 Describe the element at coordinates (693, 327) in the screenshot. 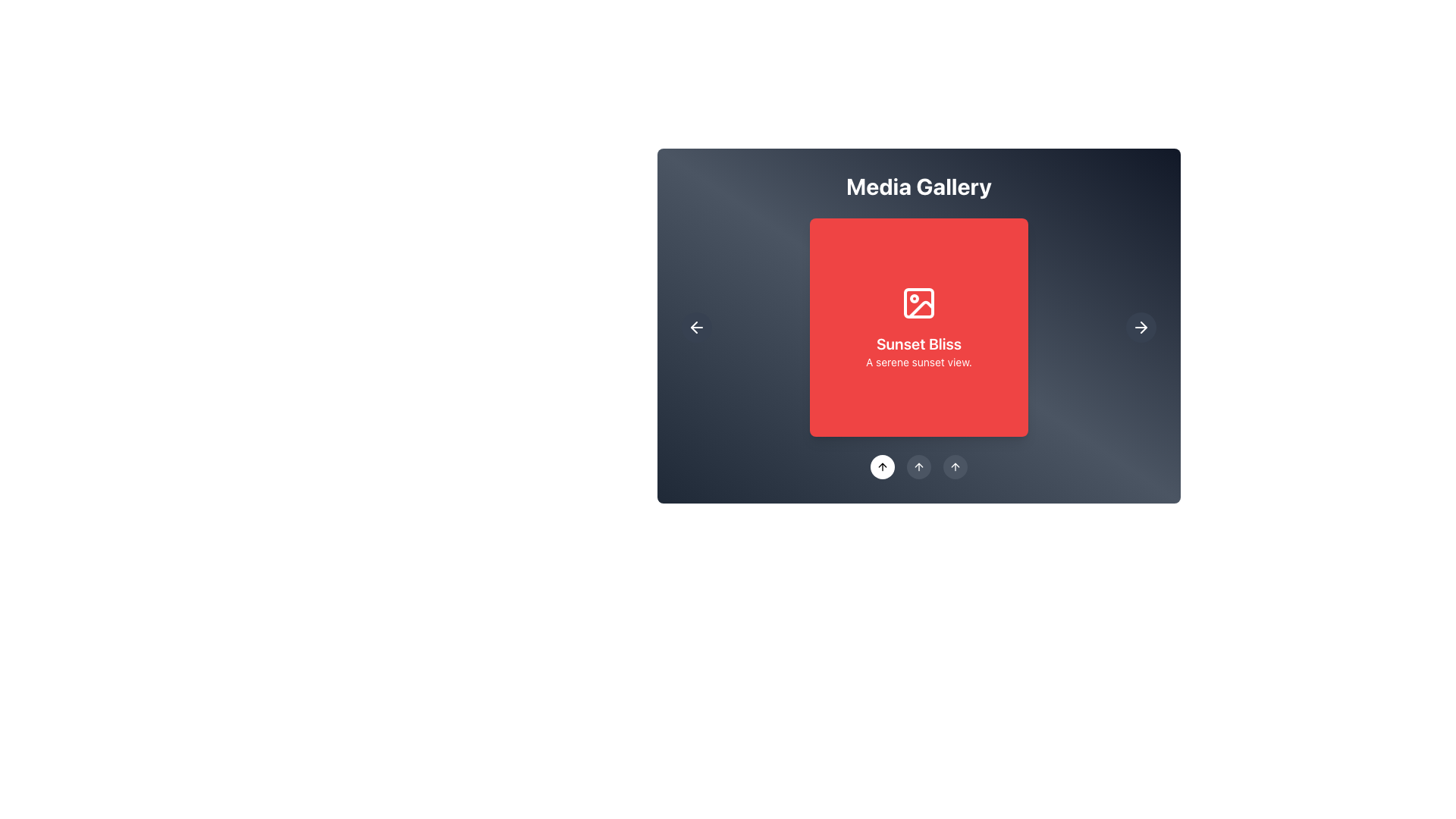

I see `the left-pointing chevron icon` at that location.